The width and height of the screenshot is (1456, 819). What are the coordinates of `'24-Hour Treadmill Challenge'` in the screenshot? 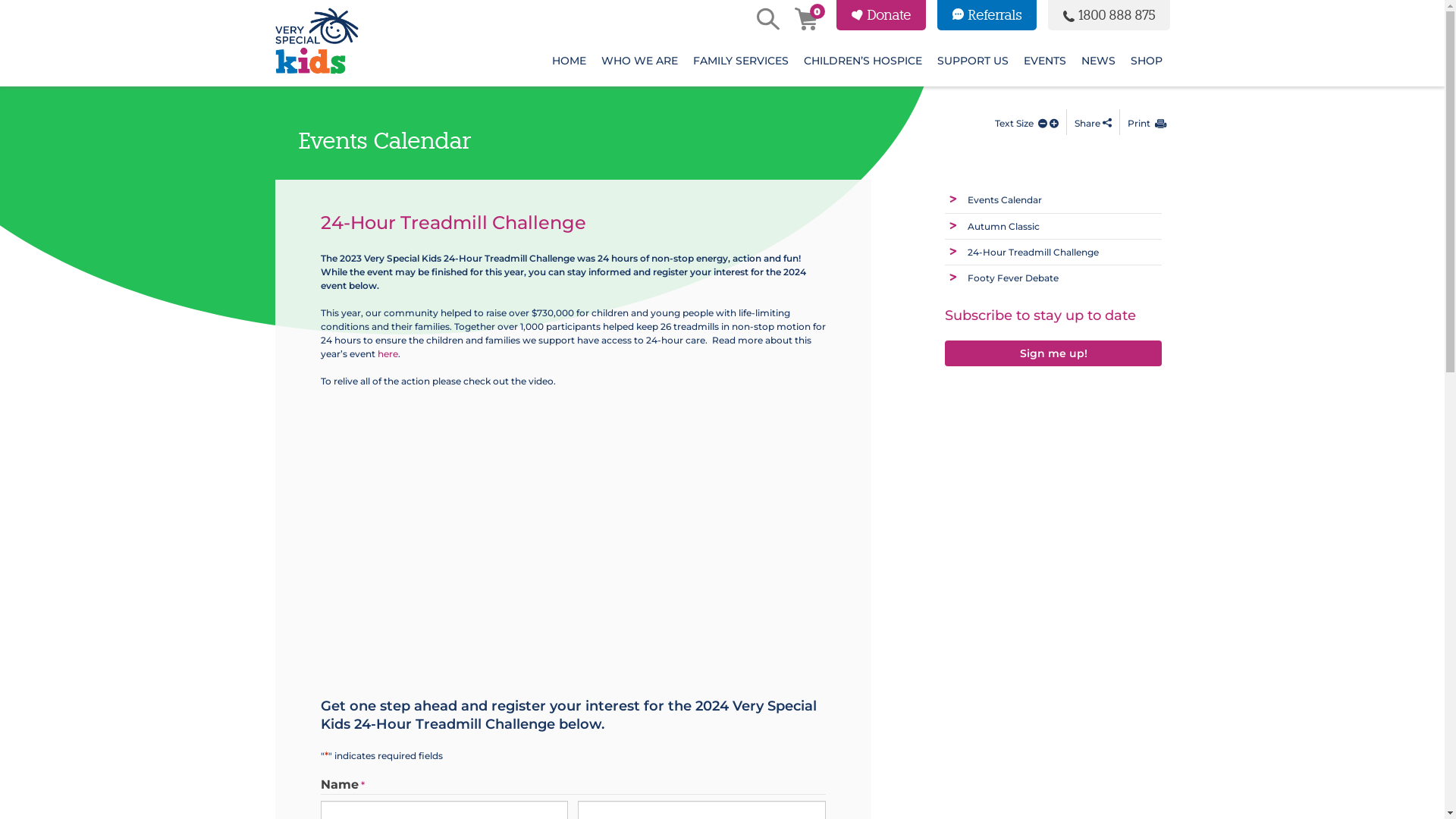 It's located at (967, 251).